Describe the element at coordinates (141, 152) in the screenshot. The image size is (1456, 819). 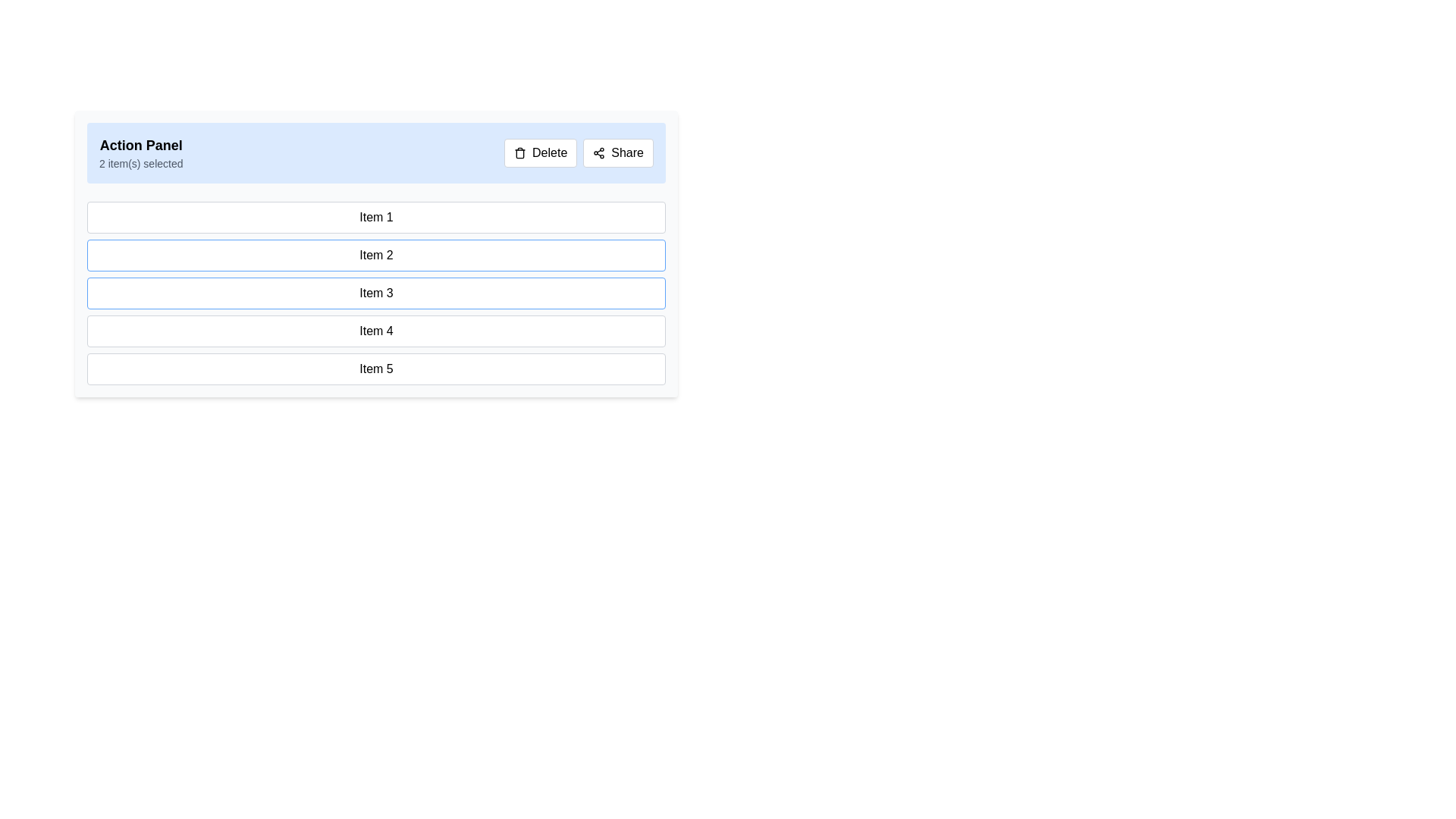
I see `the static text label displaying 'Action Panel' and '2 item(s) selected', which is located on the upper-left side of the light blue header panel` at that location.